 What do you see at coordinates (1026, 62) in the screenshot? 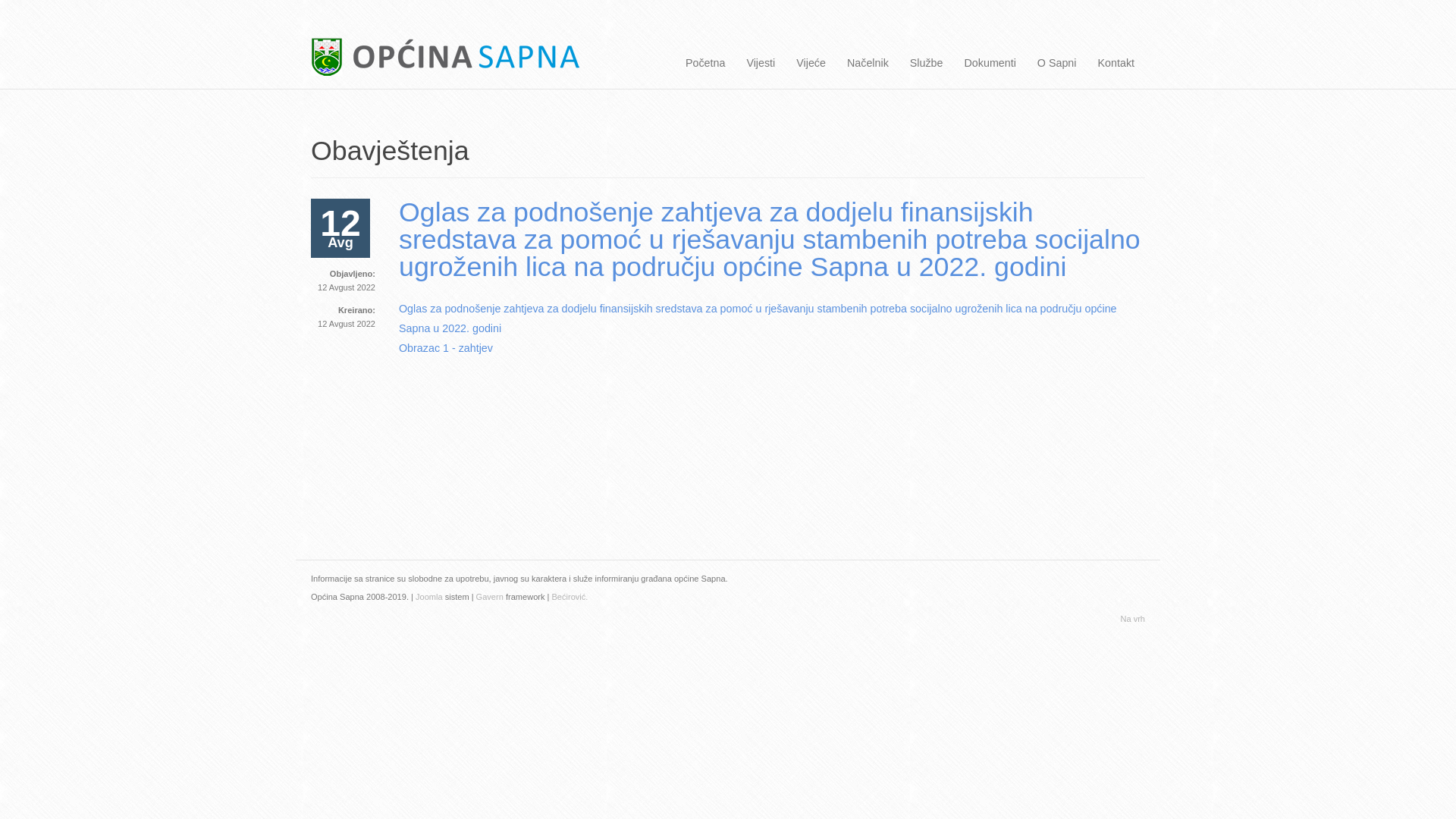
I see `'O Sapni'` at bounding box center [1026, 62].